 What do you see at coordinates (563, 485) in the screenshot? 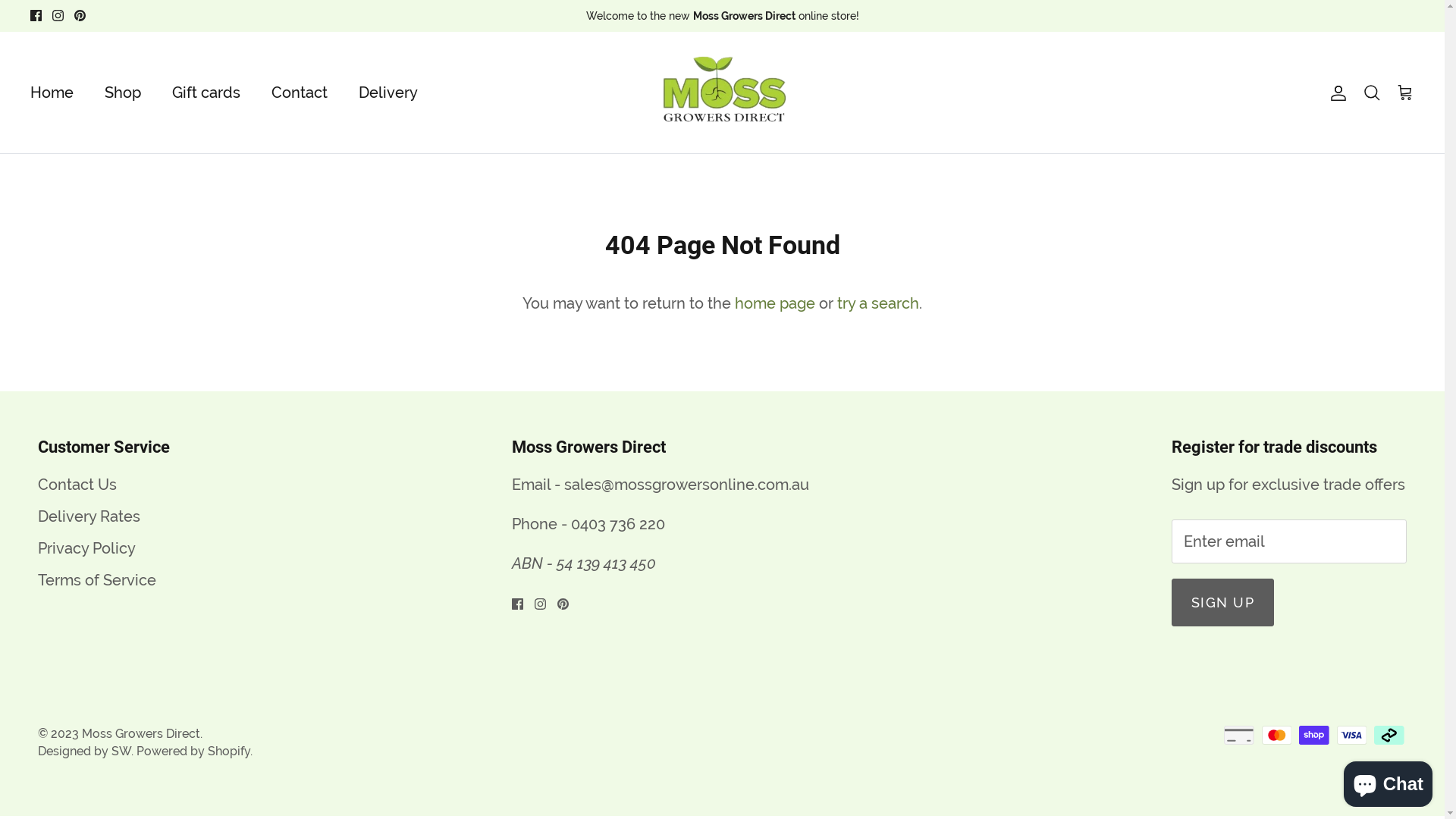
I see `'sales@mossgrowersonline.com.au'` at bounding box center [563, 485].